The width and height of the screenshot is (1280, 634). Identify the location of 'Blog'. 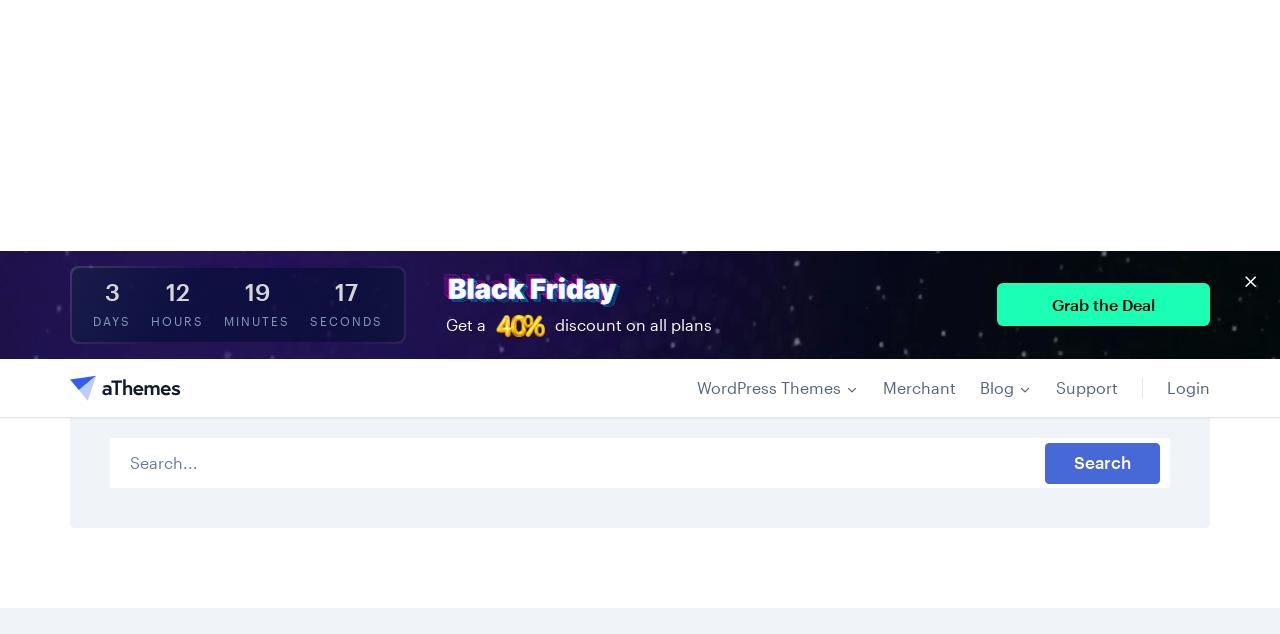
(979, 136).